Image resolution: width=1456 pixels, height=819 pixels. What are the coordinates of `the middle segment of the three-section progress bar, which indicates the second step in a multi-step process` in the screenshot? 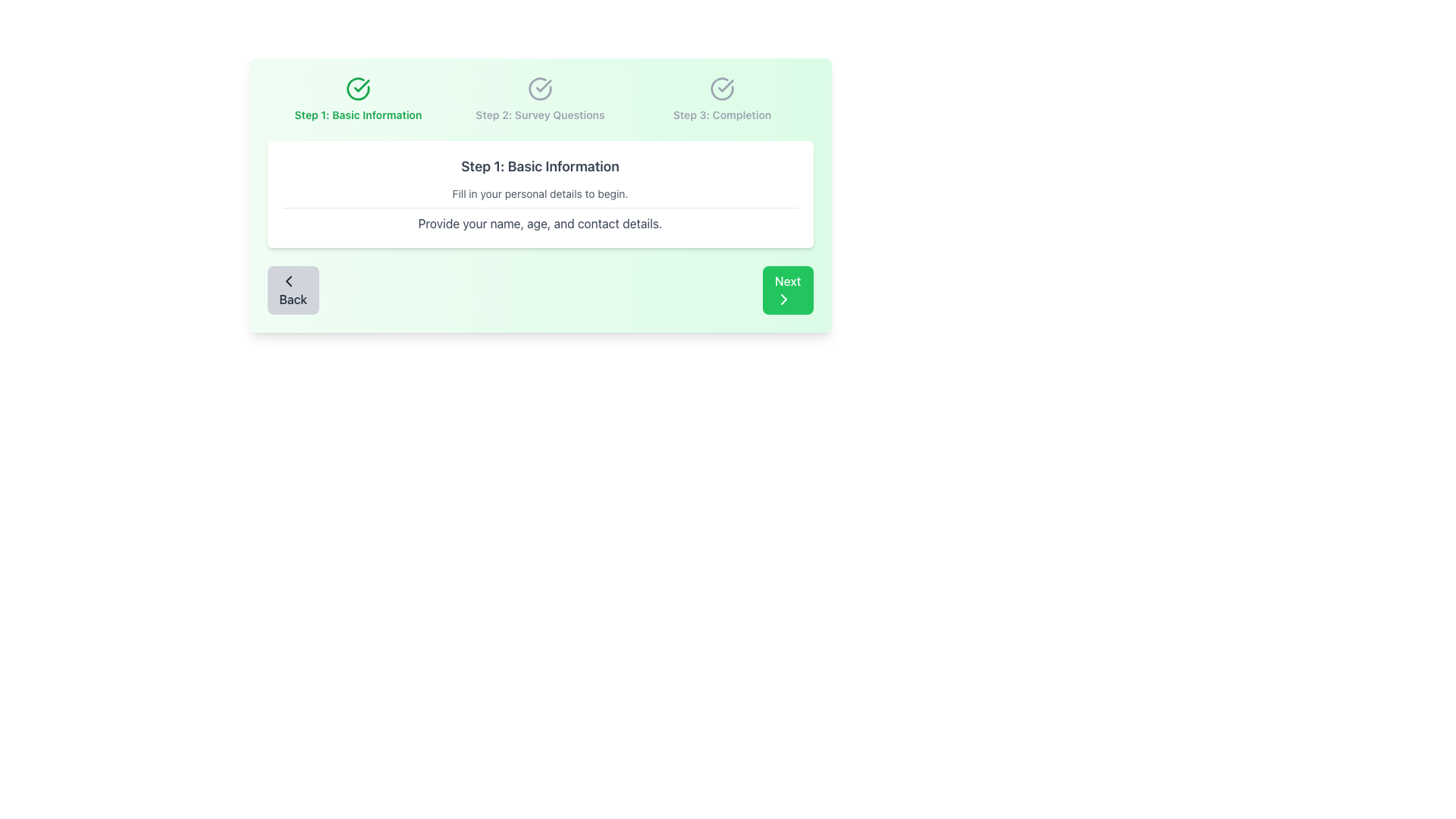 It's located at (540, 99).